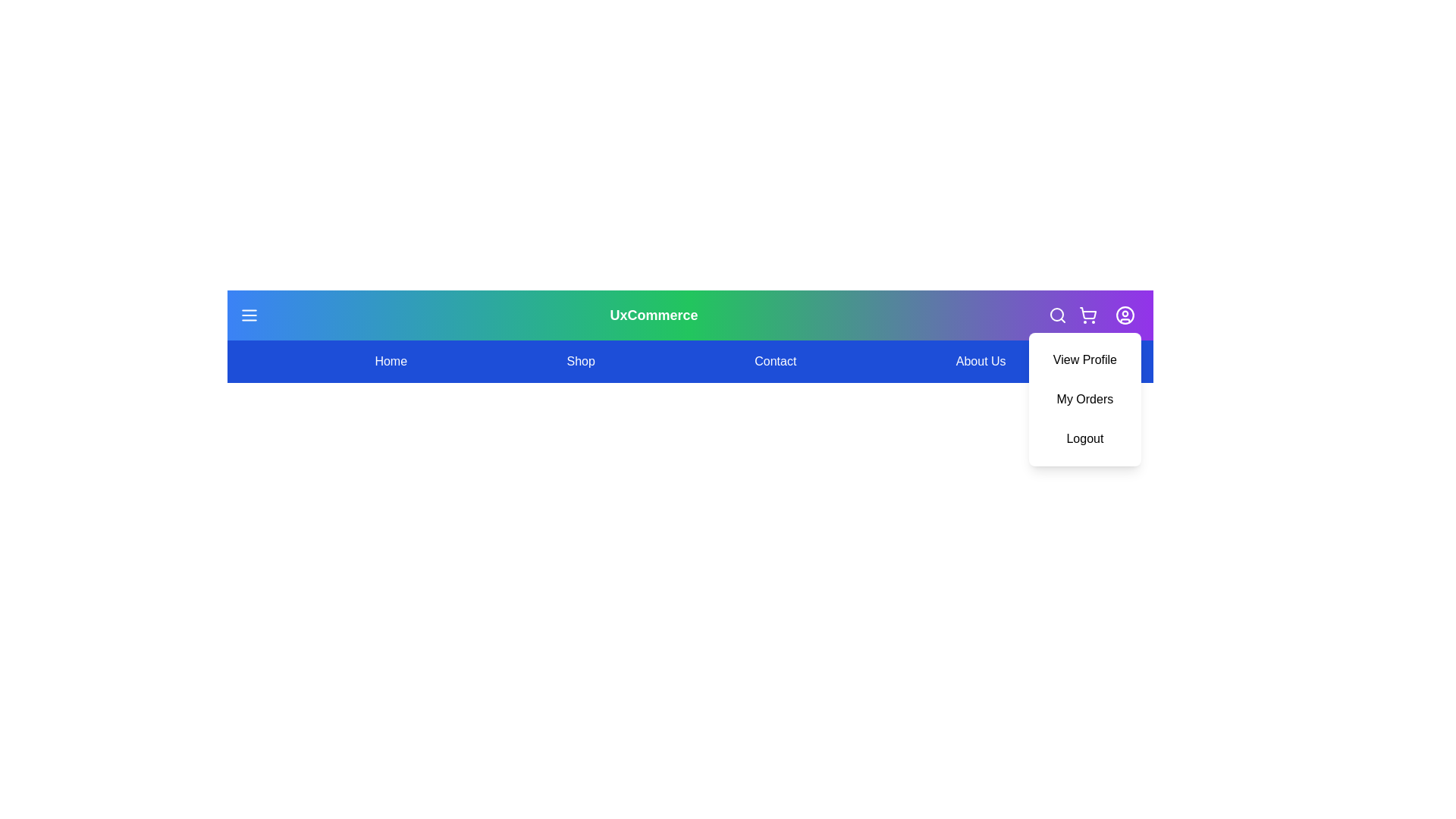 The width and height of the screenshot is (1456, 819). I want to click on the menu item Home to navigate to the corresponding section, so click(391, 362).